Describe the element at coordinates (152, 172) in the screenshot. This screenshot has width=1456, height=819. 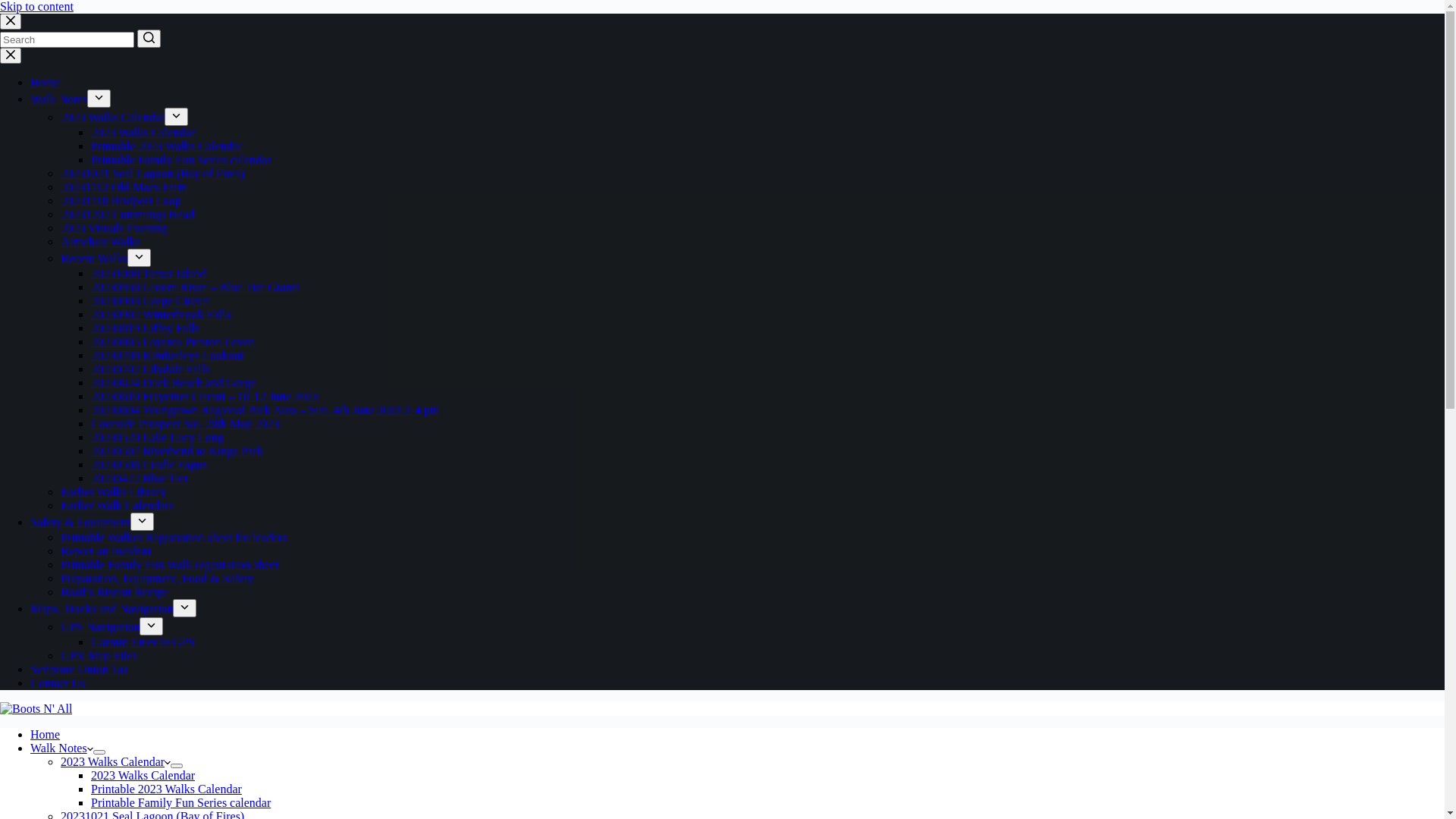
I see `'20231021 Seal Lagoon (Bay of Fires)'` at that location.